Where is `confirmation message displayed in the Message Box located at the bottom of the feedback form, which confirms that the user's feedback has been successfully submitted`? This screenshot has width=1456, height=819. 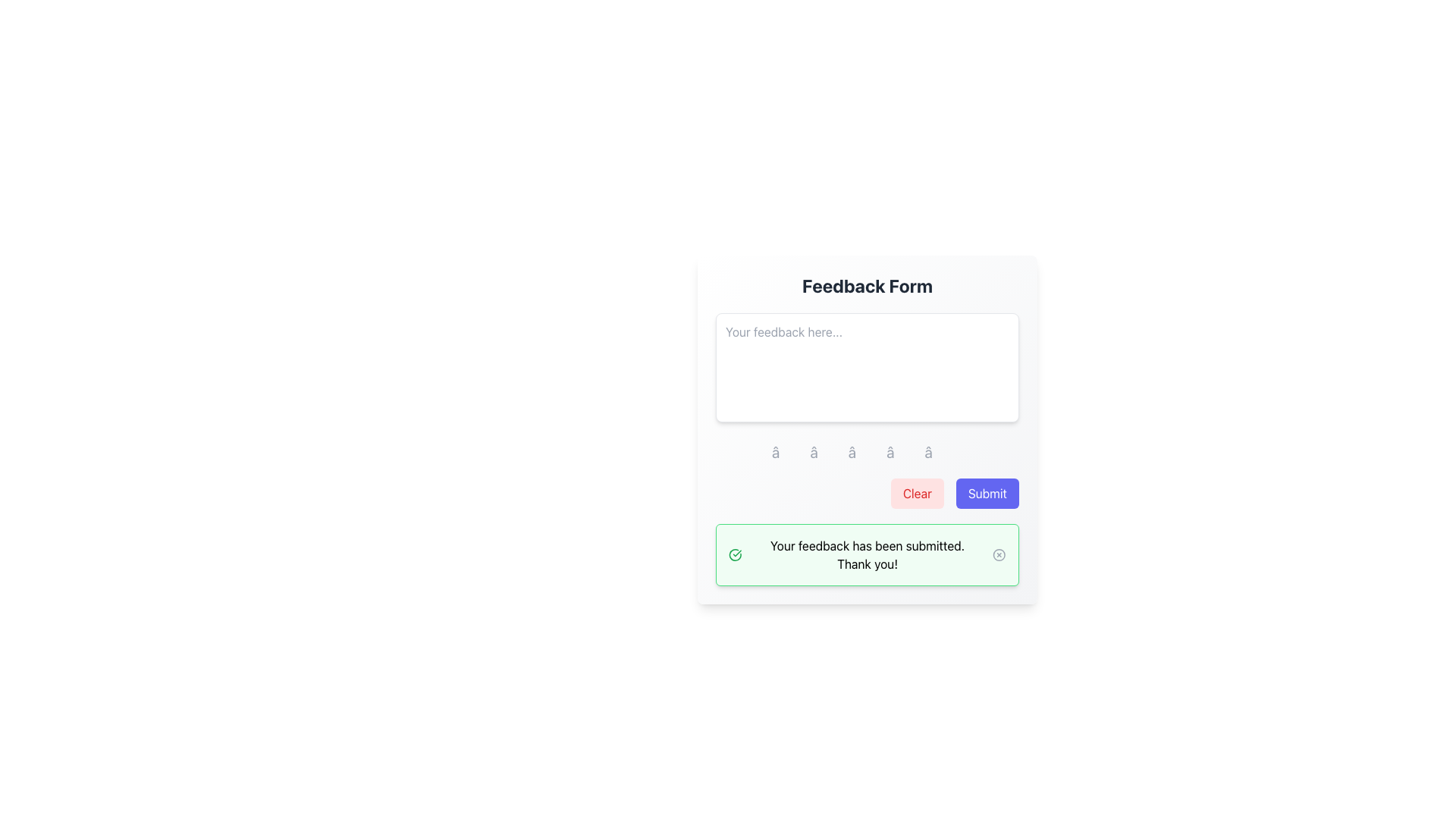 confirmation message displayed in the Message Box located at the bottom of the feedback form, which confirms that the user's feedback has been successfully submitted is located at coordinates (867, 555).